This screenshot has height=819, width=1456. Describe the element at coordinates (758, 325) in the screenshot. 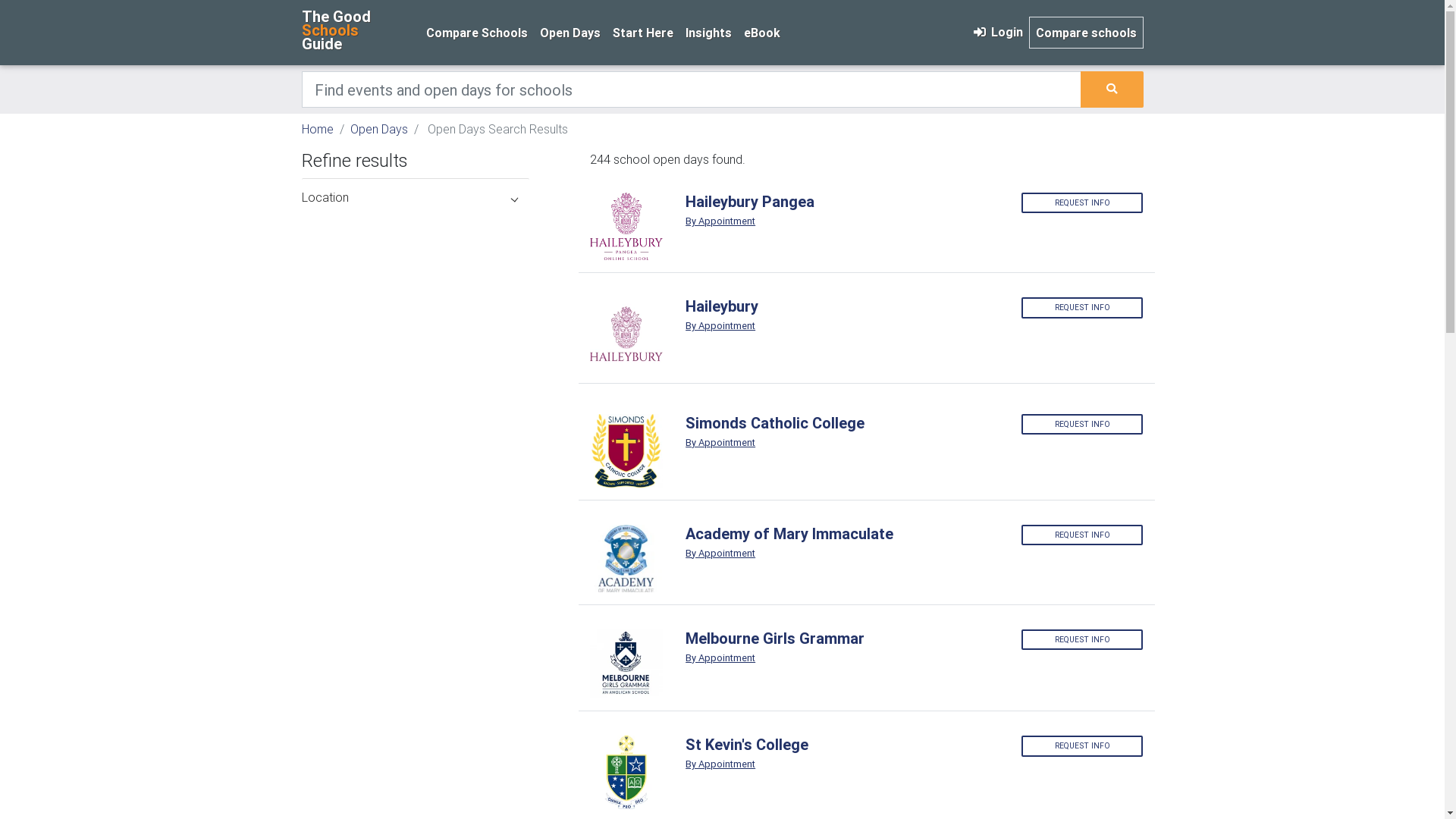

I see `'By Appointment'` at that location.